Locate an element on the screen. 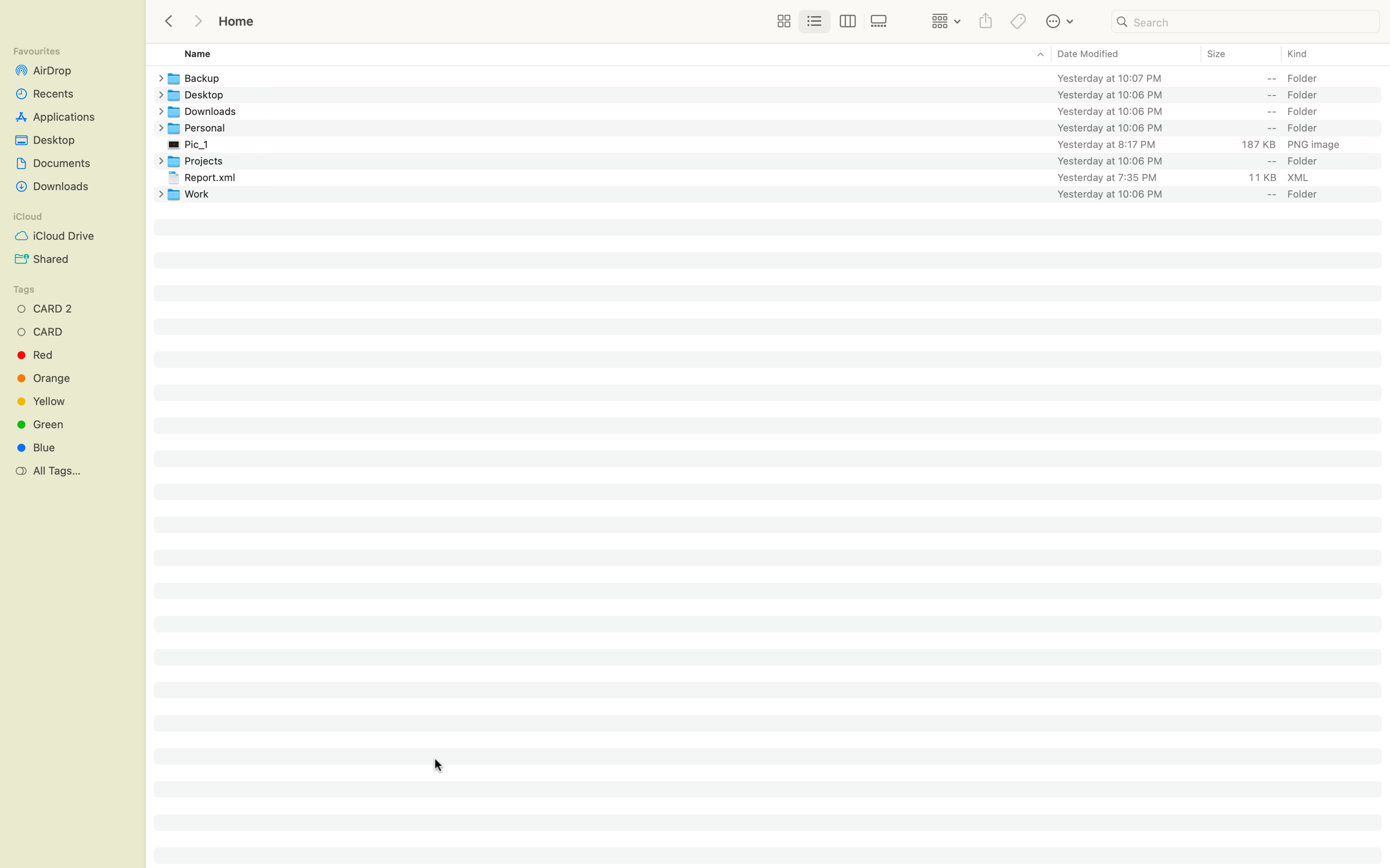 The width and height of the screenshot is (1390, 868). double click action to open the backup directory is located at coordinates (778, 76).